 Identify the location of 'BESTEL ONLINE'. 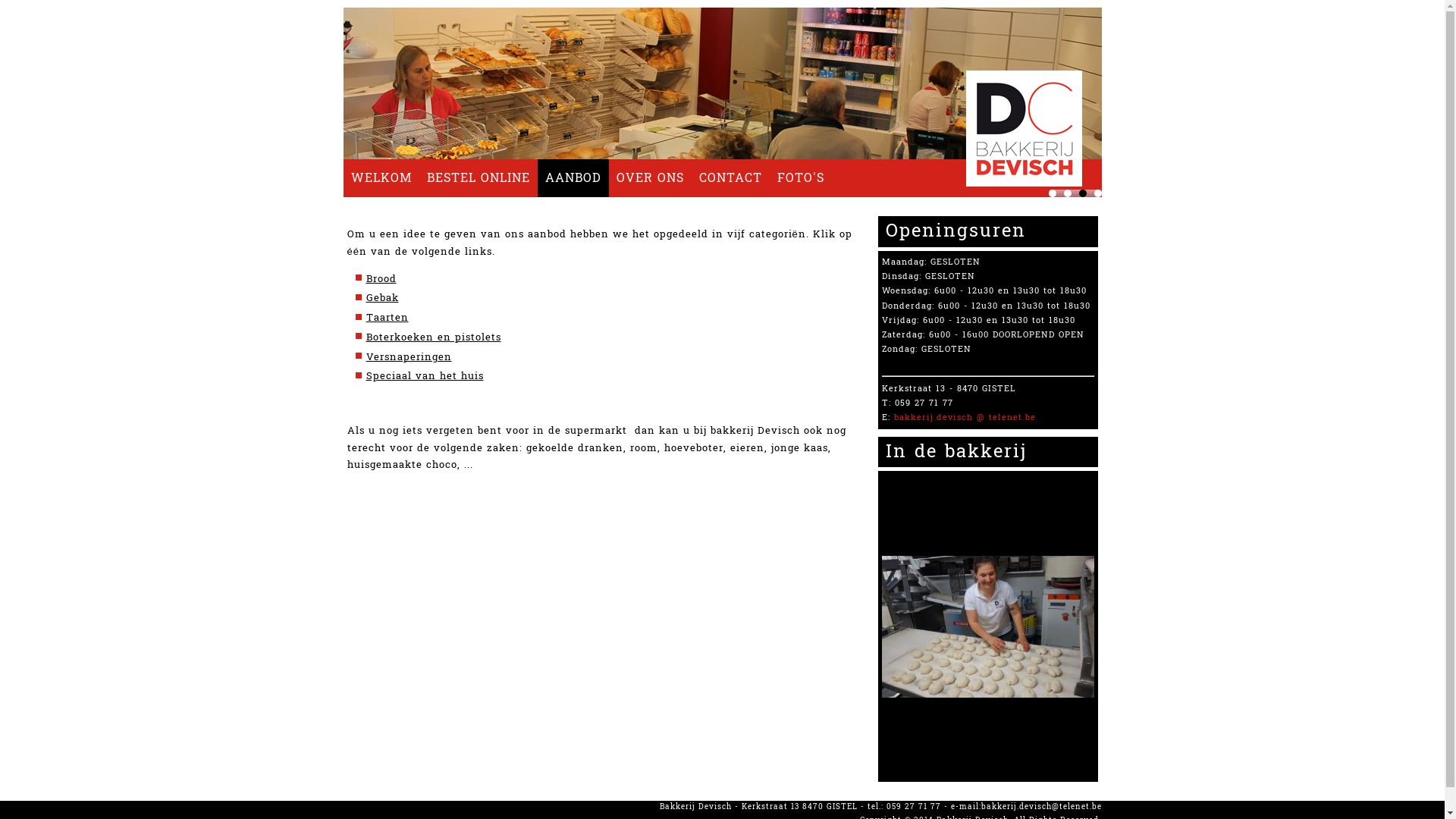
(476, 177).